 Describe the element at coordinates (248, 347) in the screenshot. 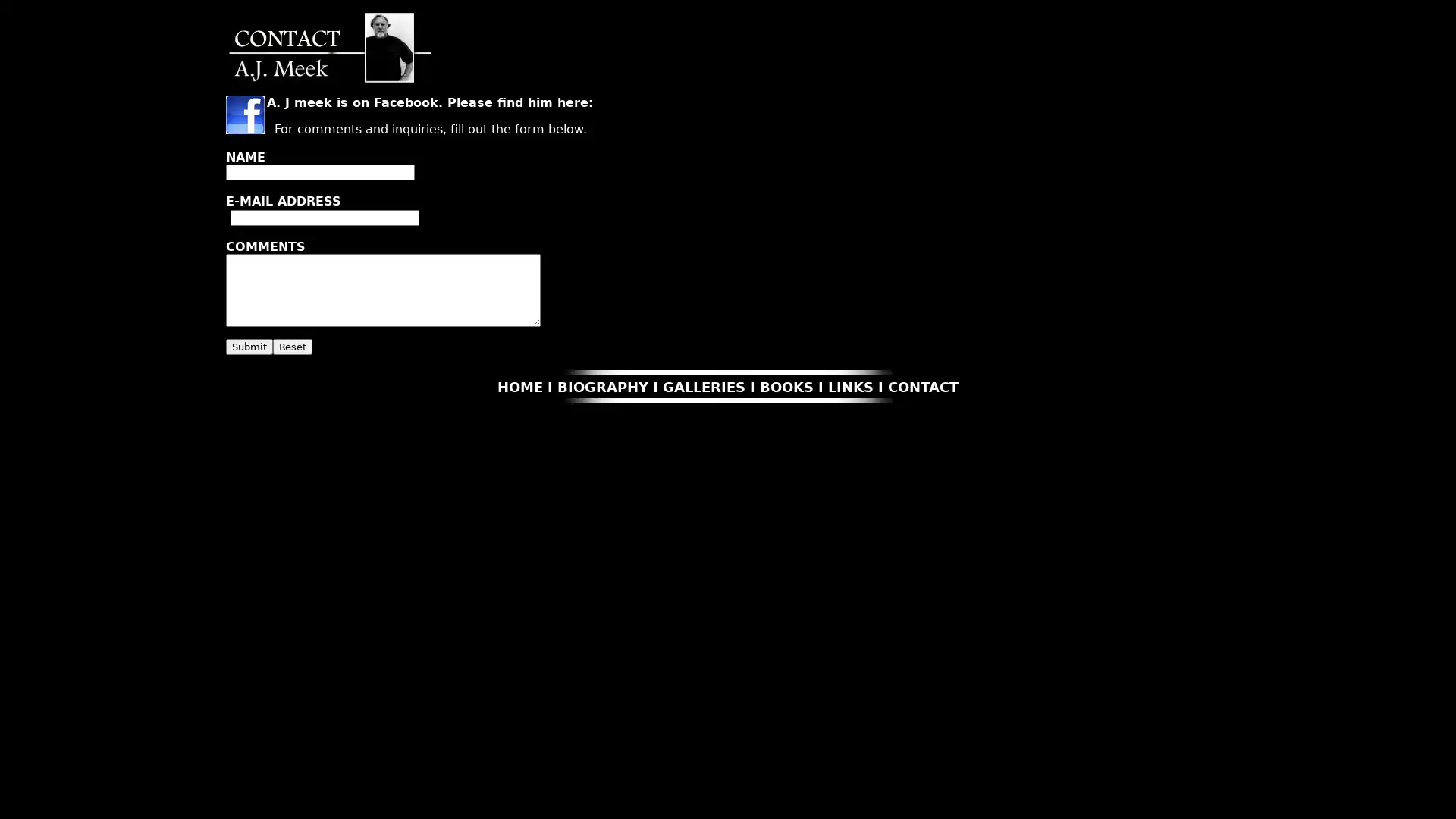

I see `Submit` at that location.